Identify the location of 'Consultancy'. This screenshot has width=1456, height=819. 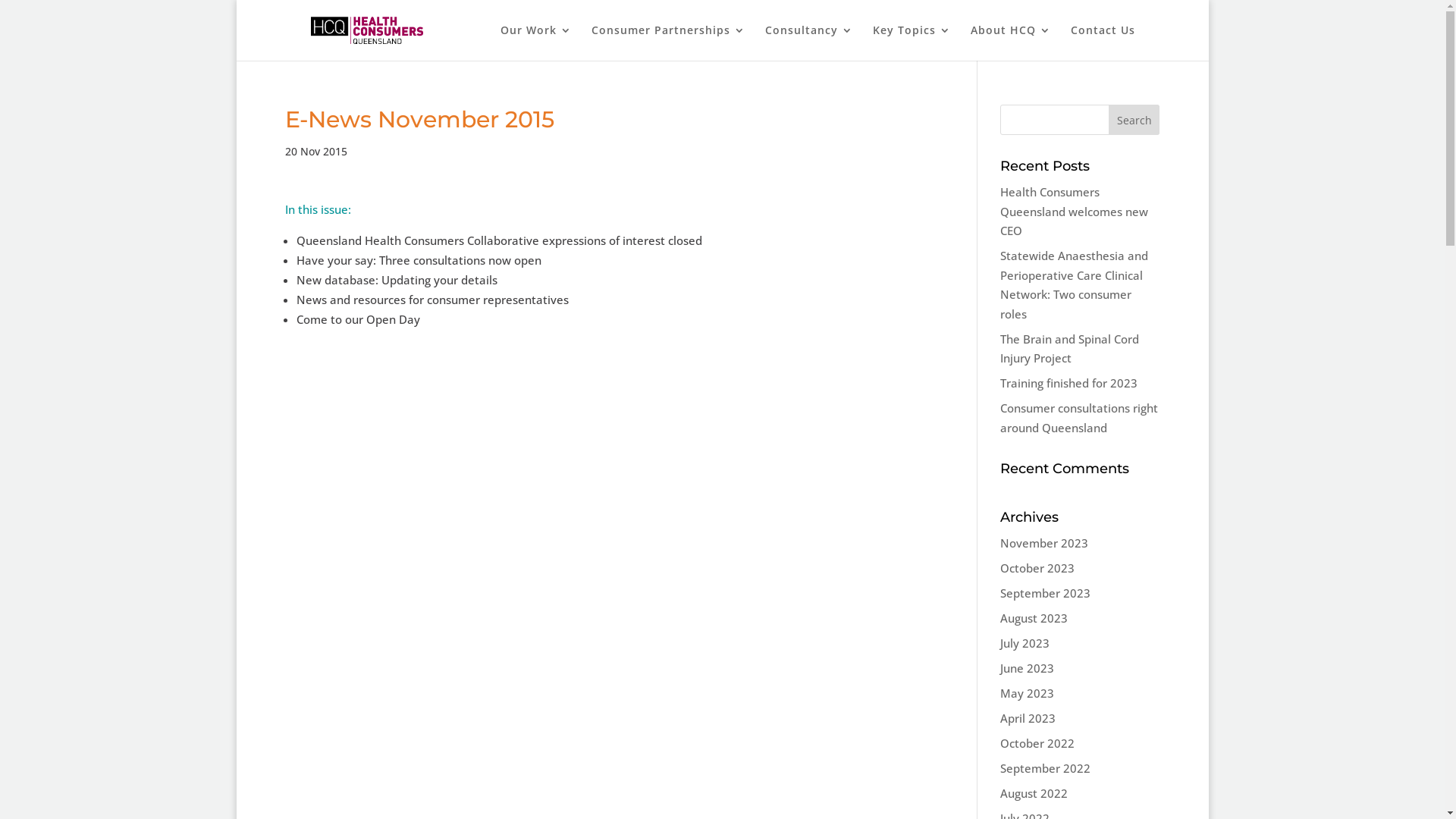
(808, 42).